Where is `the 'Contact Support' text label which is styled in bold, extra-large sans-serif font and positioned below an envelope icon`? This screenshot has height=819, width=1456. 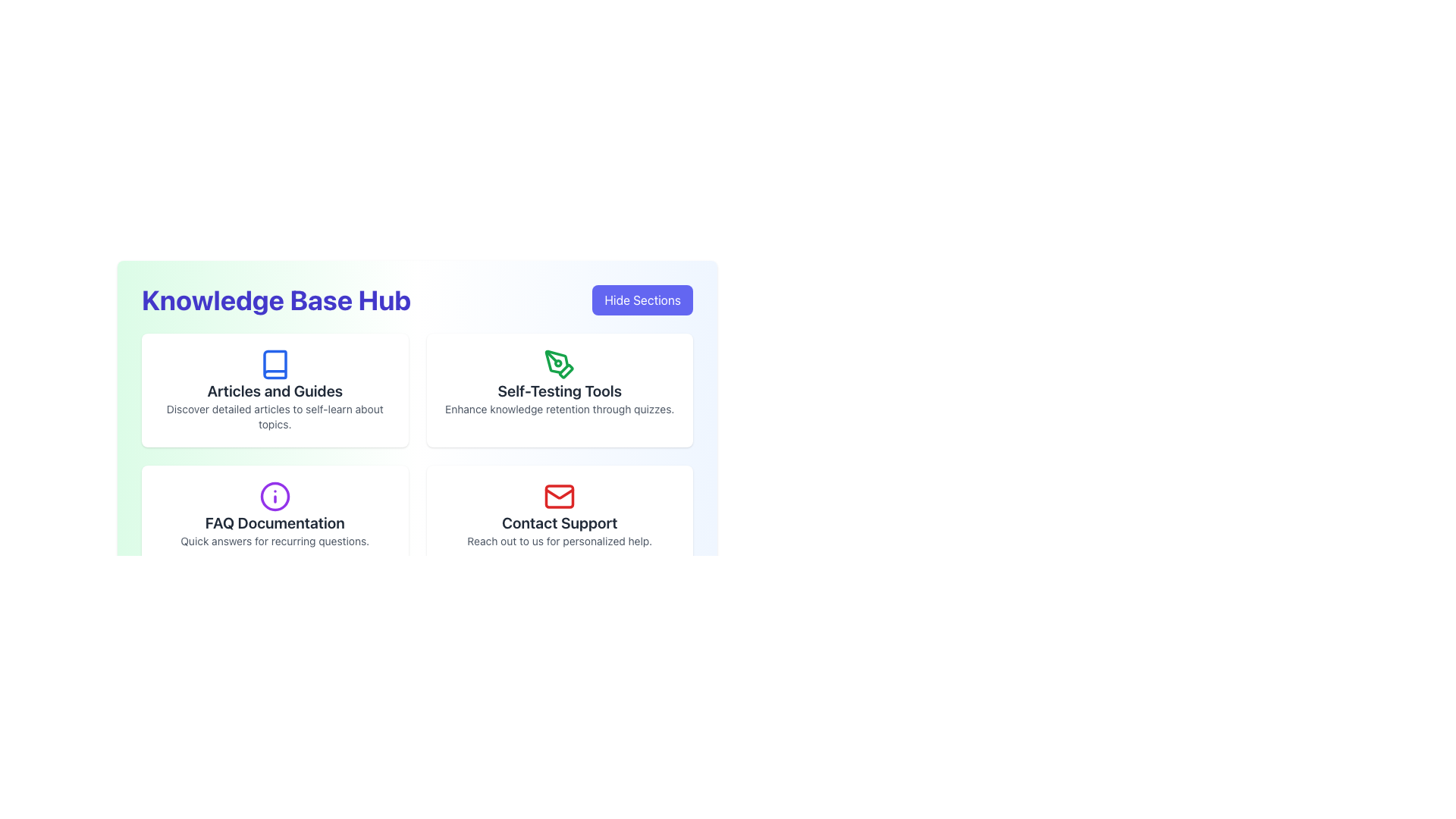 the 'Contact Support' text label which is styled in bold, extra-large sans-serif font and positioned below an envelope icon is located at coordinates (559, 522).